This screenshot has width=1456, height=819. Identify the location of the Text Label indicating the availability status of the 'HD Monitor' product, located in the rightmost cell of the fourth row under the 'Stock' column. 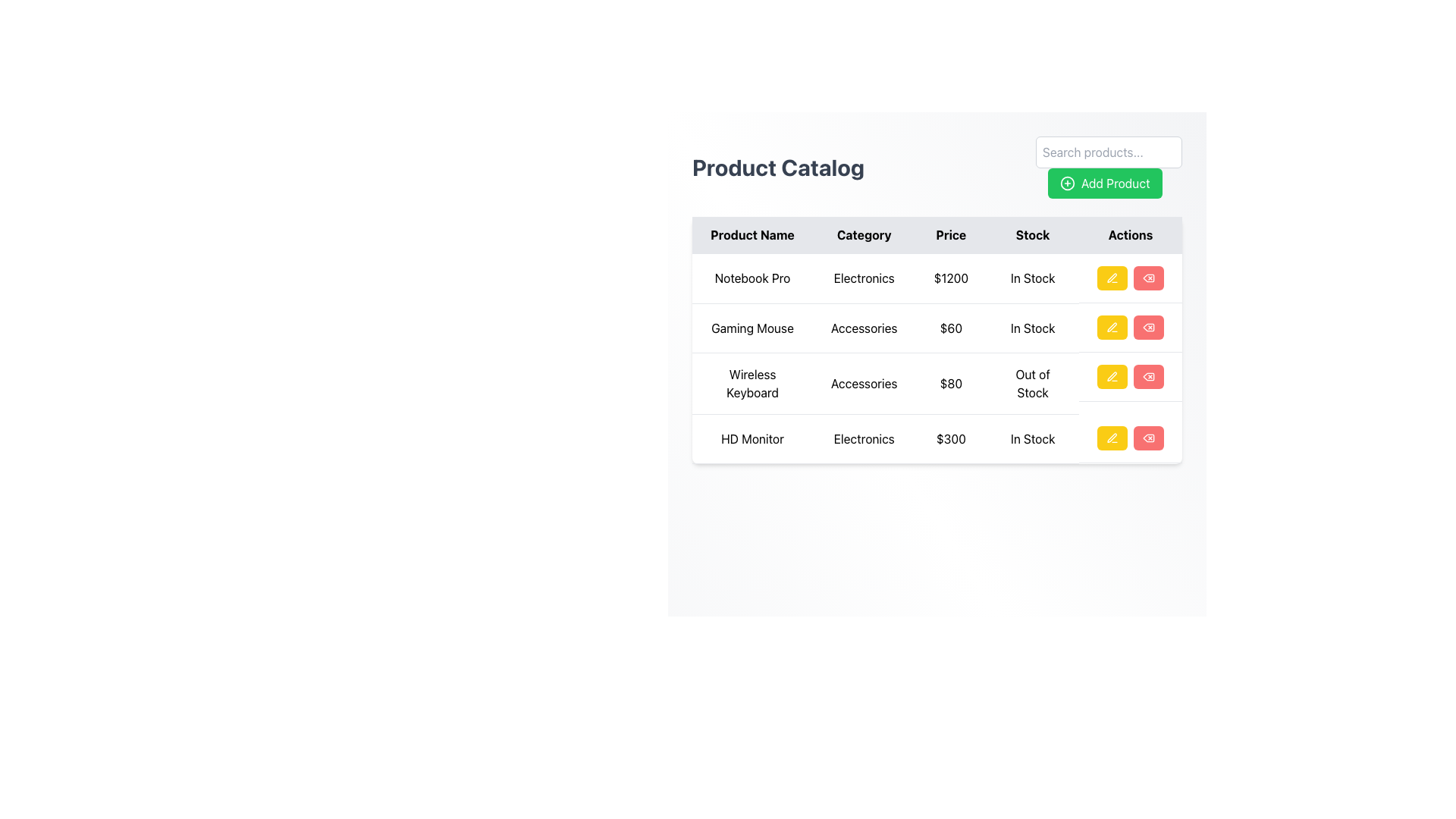
(1032, 438).